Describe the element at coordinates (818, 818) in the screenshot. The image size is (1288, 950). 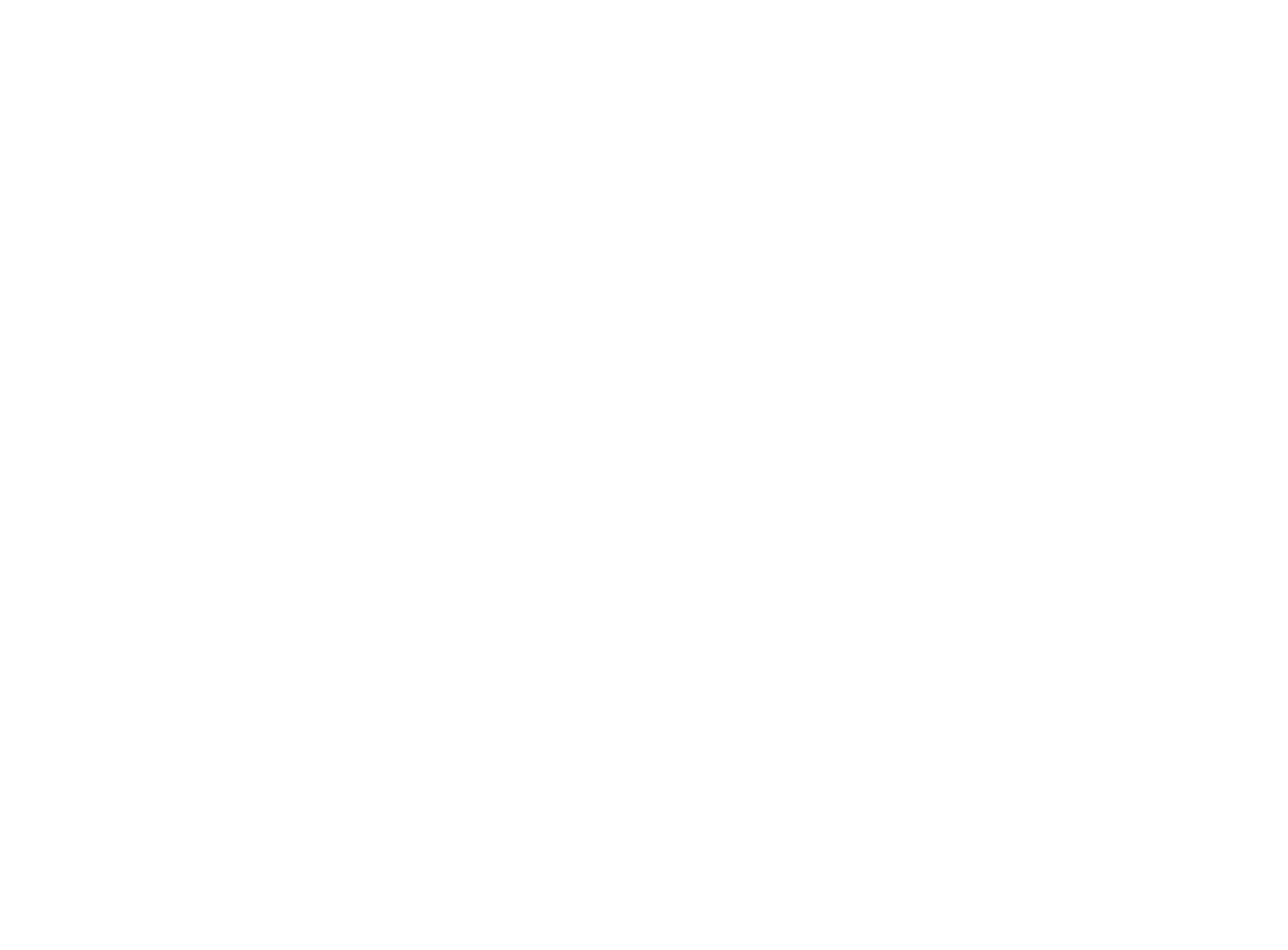
I see `'Articles are produced by staff and faculty across the university and health system to comprise a one-stop-shop for news from around Duke. Geoffrey Mock of University Communications is the editor of the 'News' edition. Leanora Minai of OCS is the editor of the 'Working@Duke' edition. We welcome your comments and suggestions!'` at that location.